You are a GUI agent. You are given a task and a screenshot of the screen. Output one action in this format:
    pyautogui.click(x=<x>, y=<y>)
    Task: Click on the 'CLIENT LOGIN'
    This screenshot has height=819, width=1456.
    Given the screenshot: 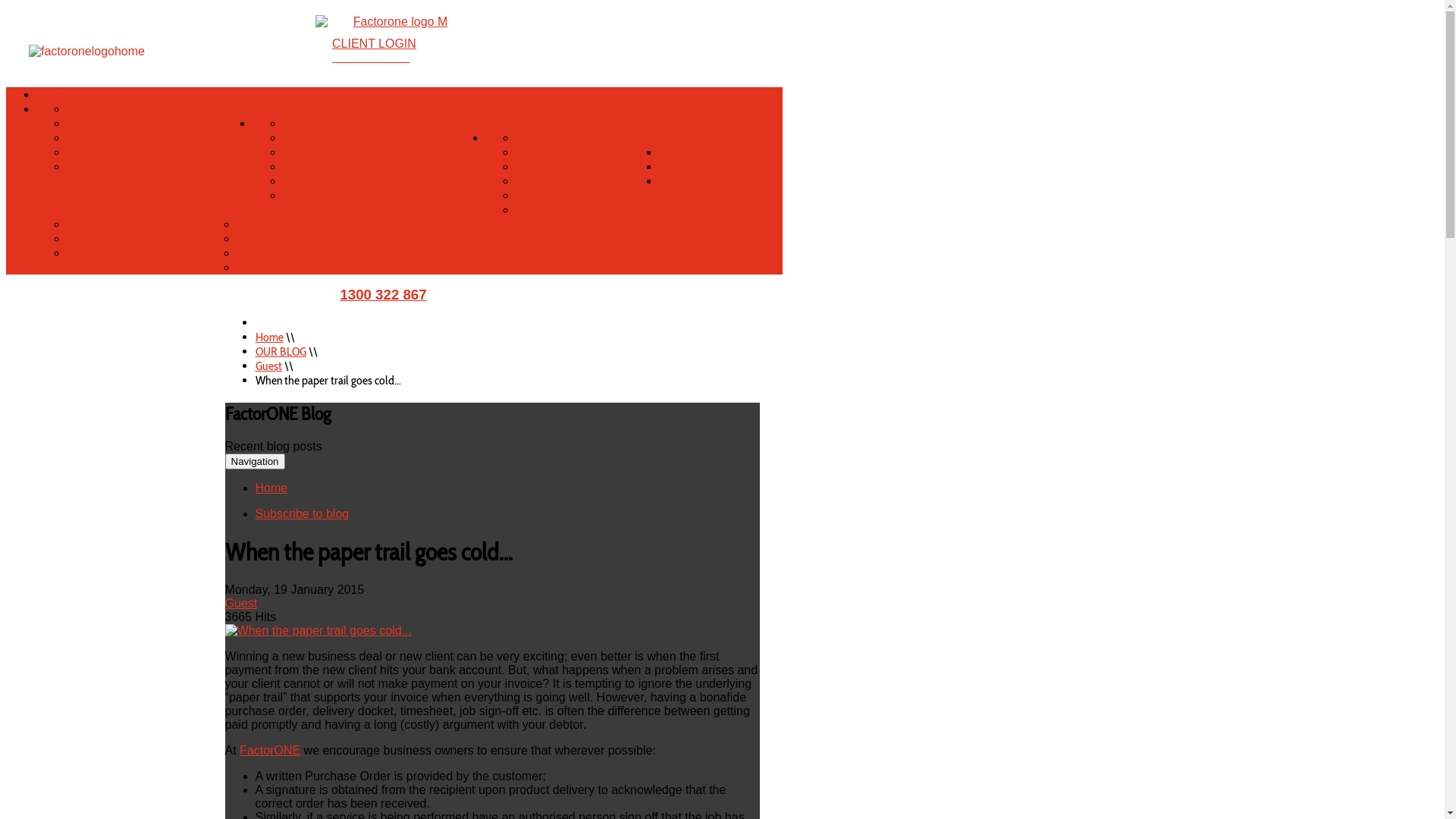 What is the action you would take?
    pyautogui.click(x=374, y=42)
    